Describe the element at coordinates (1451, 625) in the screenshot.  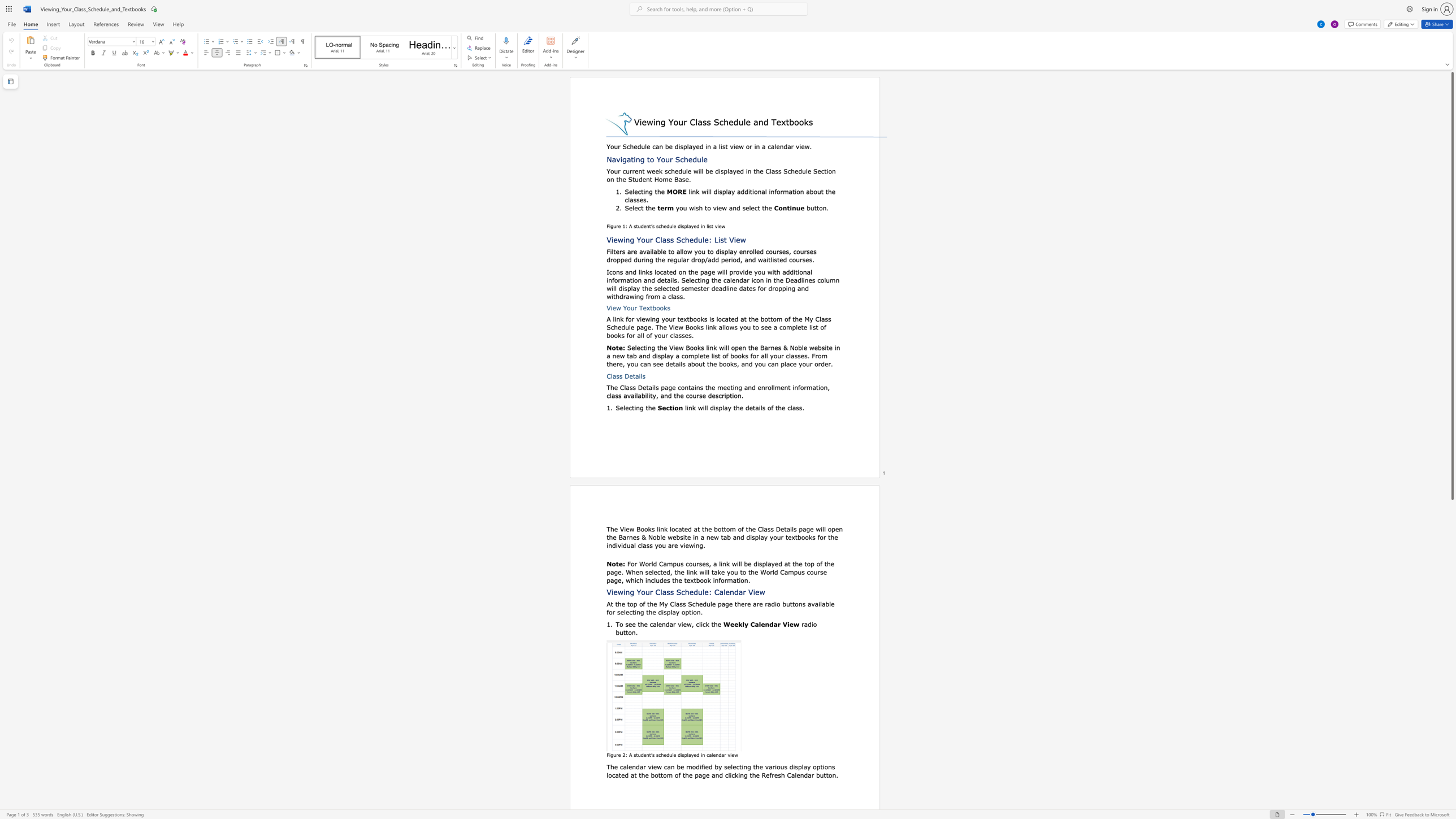
I see `the side scrollbar to bring the page down` at that location.